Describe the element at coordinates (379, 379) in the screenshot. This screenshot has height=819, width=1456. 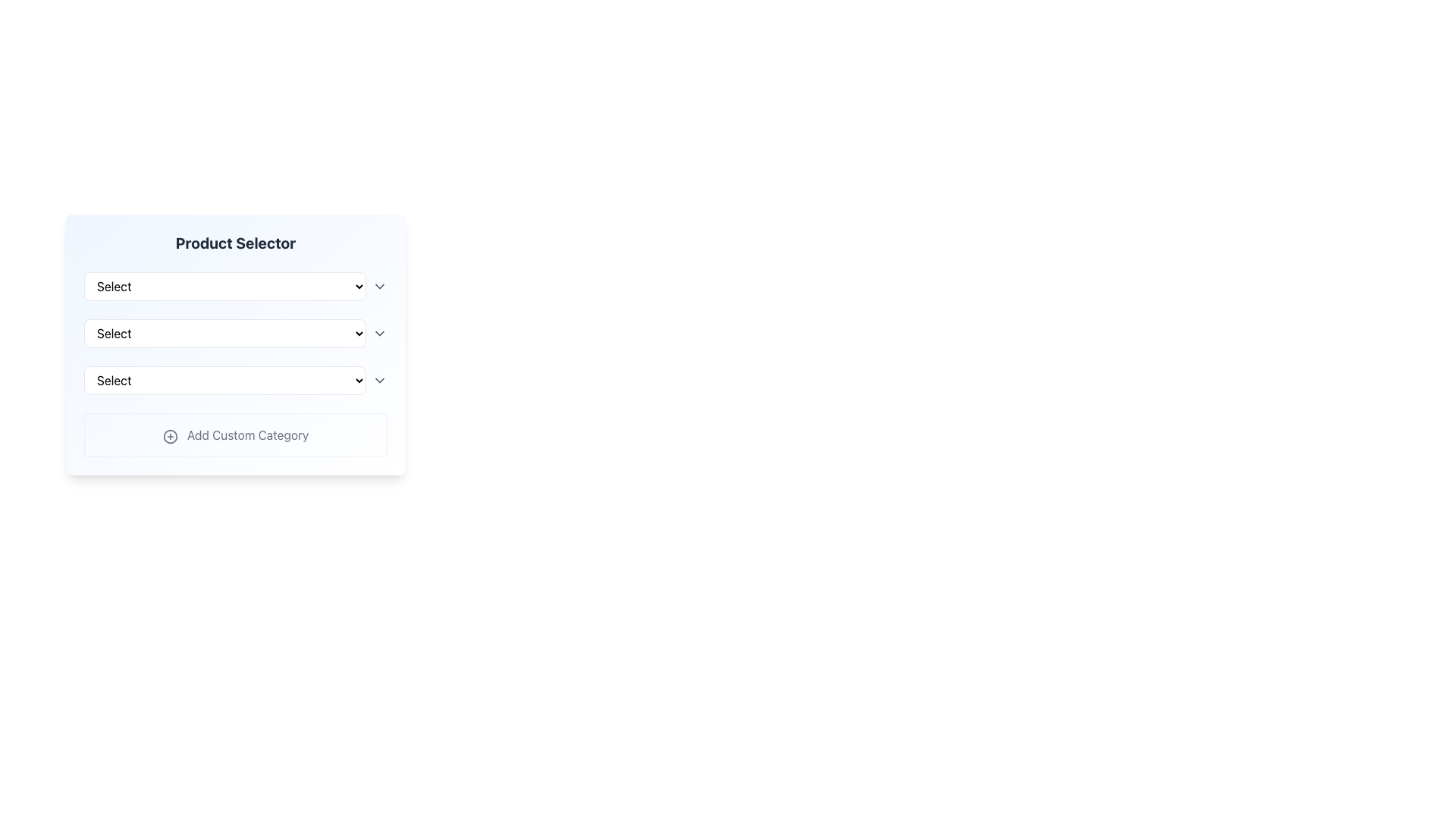
I see `the Chevron icon located to the right of the 'Select' text in the third dropdown row of the 'Product Selector' interface` at that location.